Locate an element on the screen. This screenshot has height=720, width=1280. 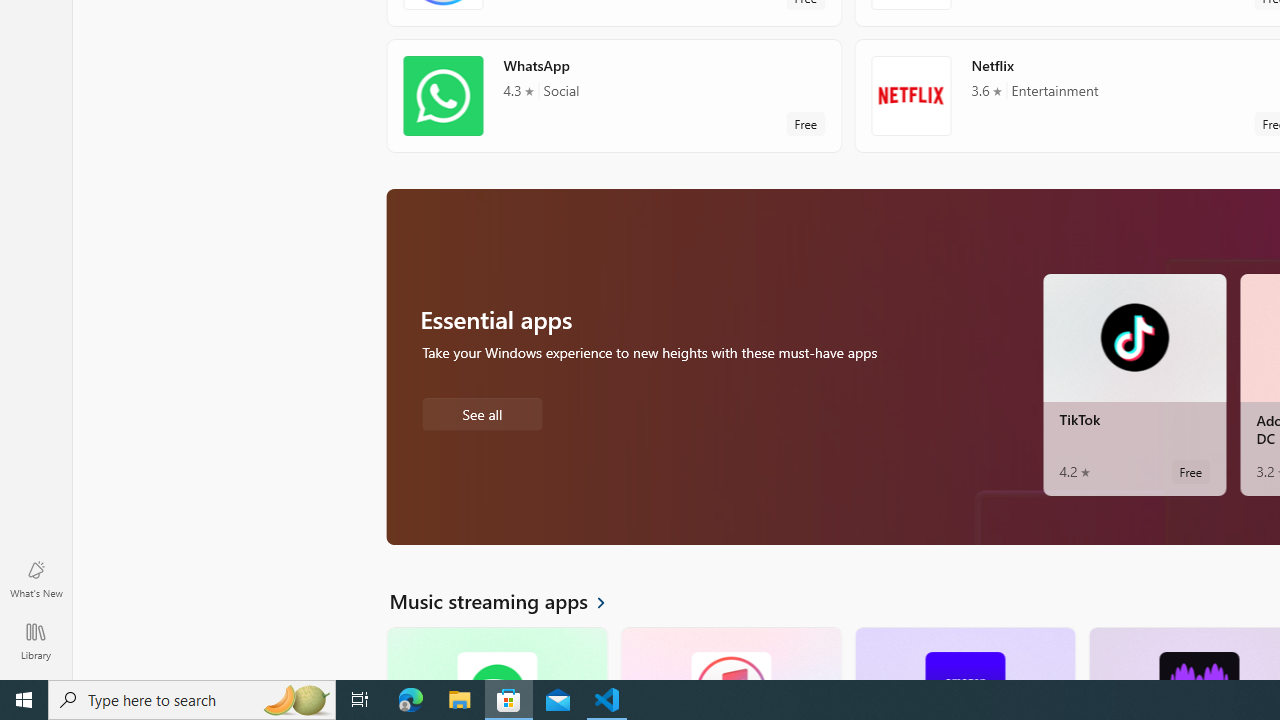
'Library' is located at coordinates (35, 640).